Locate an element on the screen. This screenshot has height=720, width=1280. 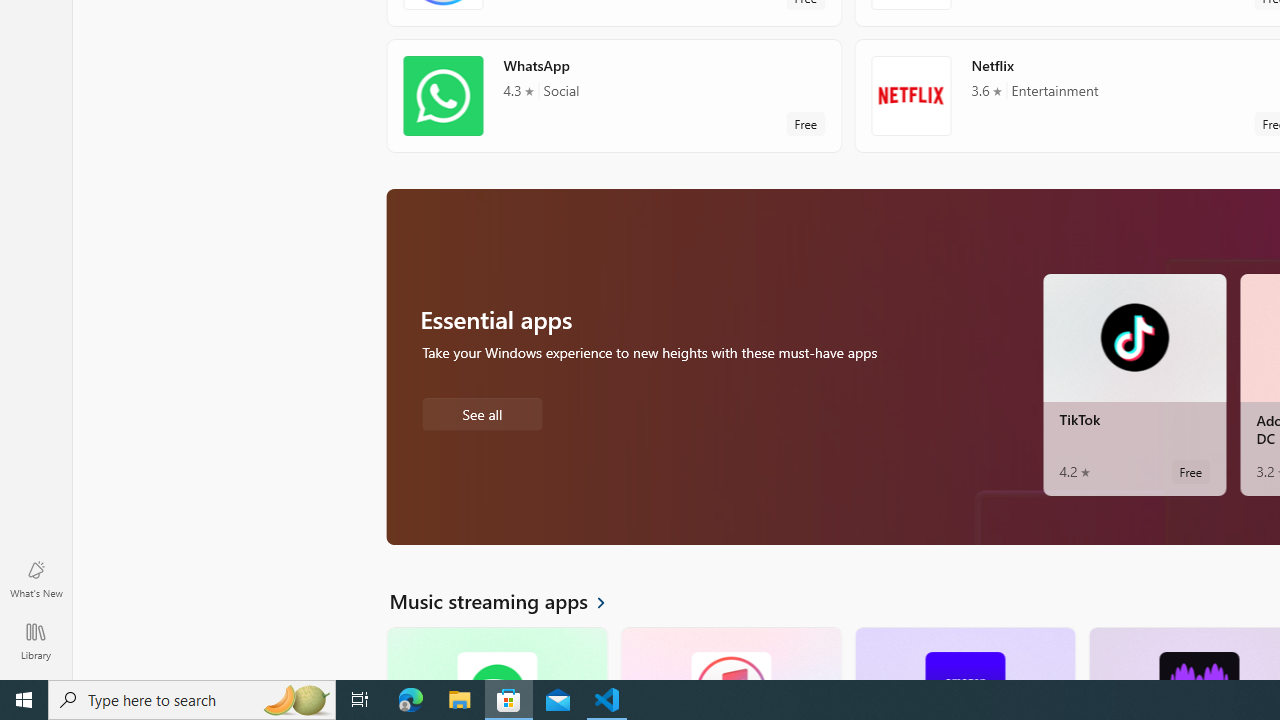
'Library' is located at coordinates (35, 640).